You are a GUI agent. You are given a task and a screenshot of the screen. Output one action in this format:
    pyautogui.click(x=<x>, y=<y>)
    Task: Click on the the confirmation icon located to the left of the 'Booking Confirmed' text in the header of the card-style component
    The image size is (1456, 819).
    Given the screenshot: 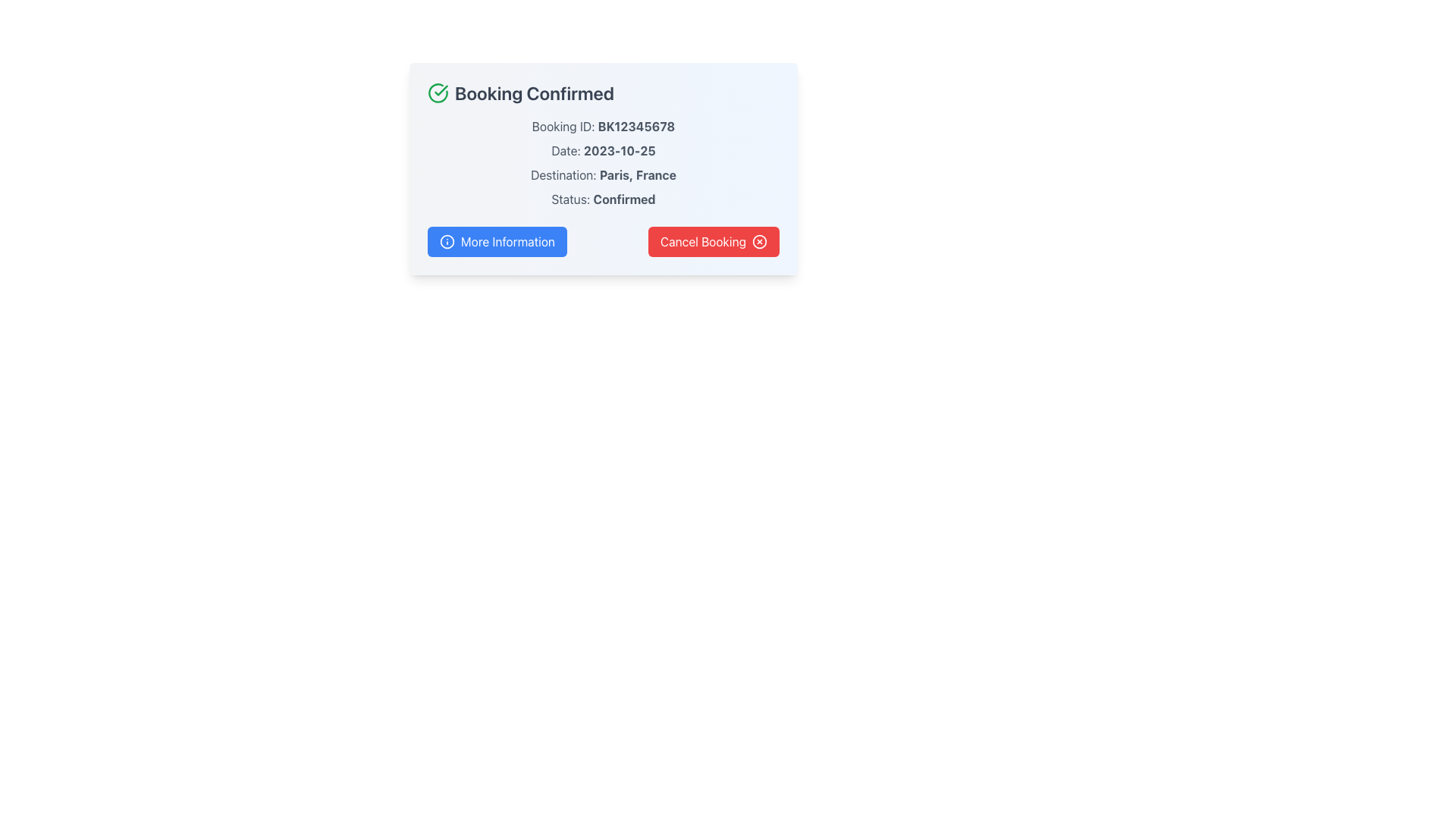 What is the action you would take?
    pyautogui.click(x=437, y=93)
    